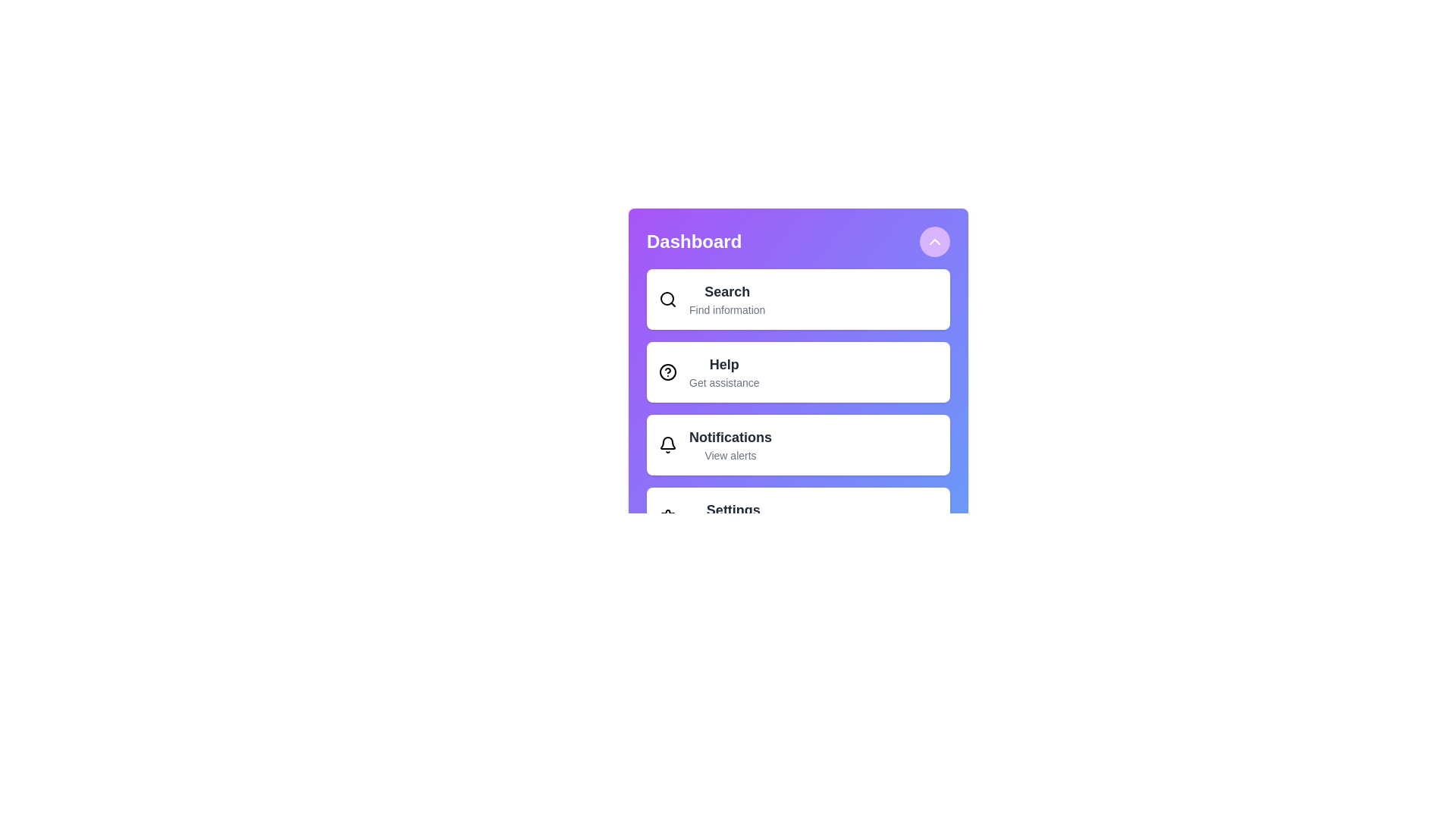  I want to click on the description of the menu item Help, so click(723, 365).